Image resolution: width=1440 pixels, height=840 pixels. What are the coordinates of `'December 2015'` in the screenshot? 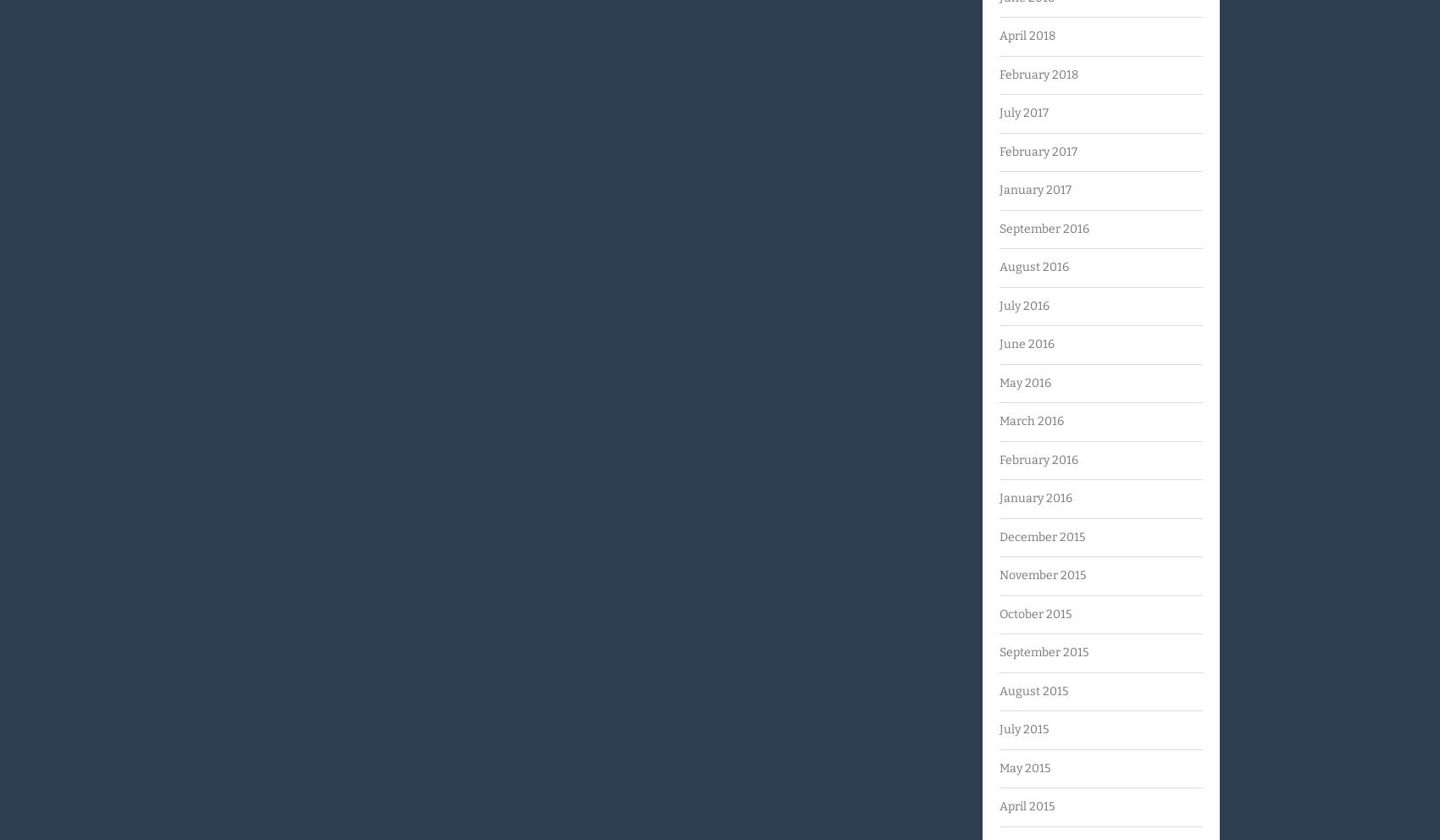 It's located at (998, 536).